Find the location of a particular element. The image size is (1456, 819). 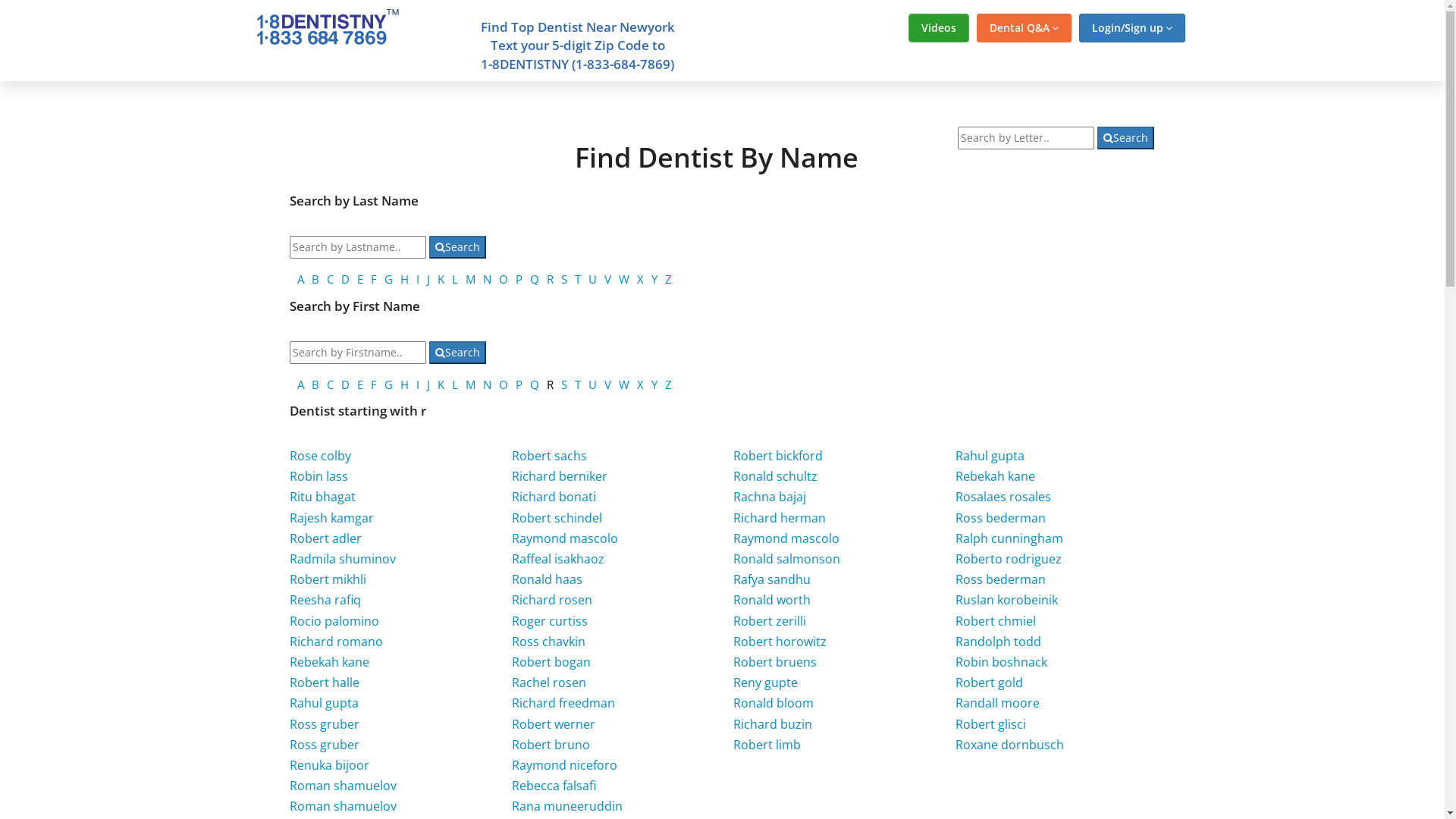

'Rafya sandhu' is located at coordinates (771, 579).